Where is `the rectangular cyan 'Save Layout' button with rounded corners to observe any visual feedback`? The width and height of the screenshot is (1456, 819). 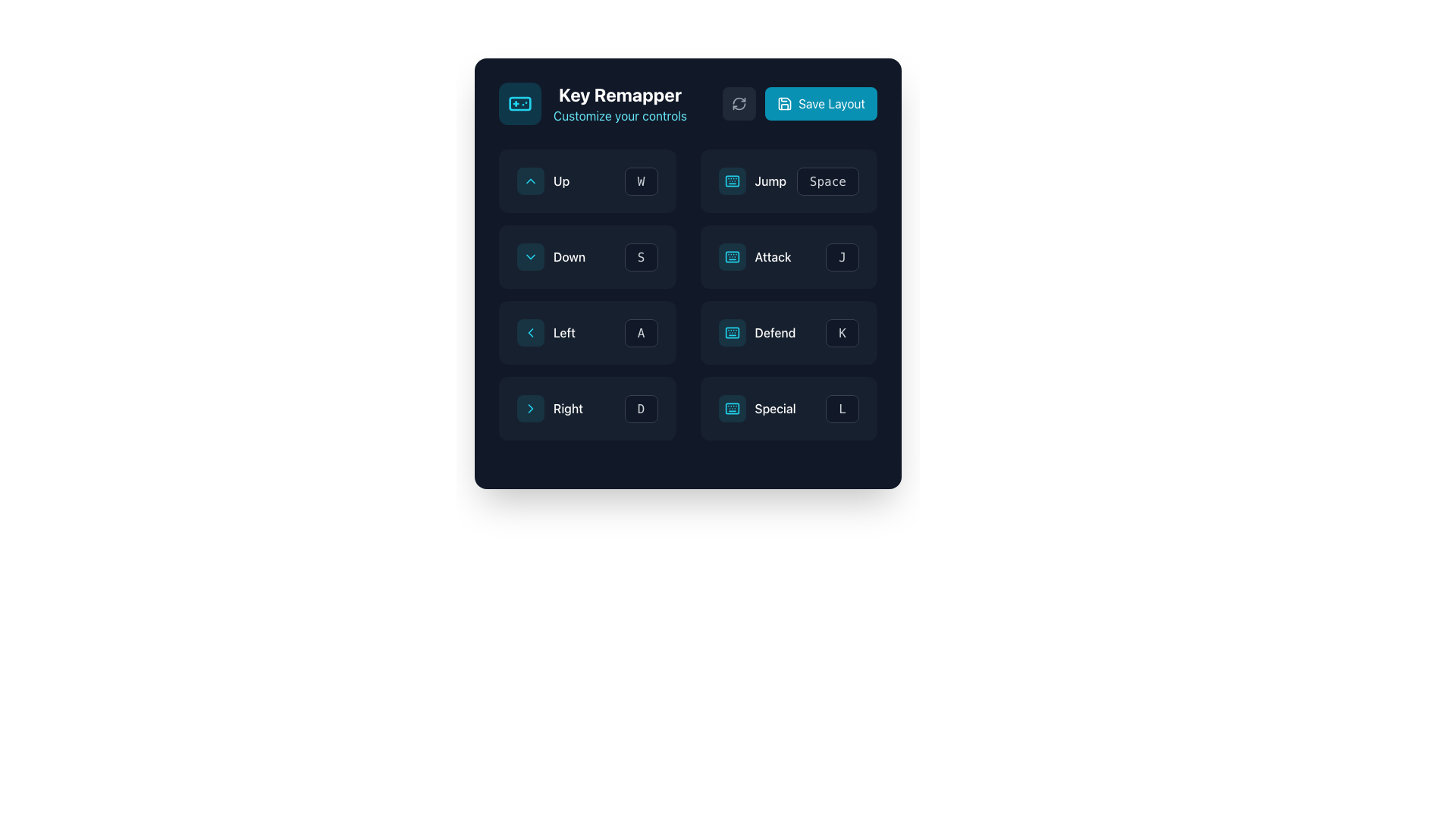
the rectangular cyan 'Save Layout' button with rounded corners to observe any visual feedback is located at coordinates (821, 103).